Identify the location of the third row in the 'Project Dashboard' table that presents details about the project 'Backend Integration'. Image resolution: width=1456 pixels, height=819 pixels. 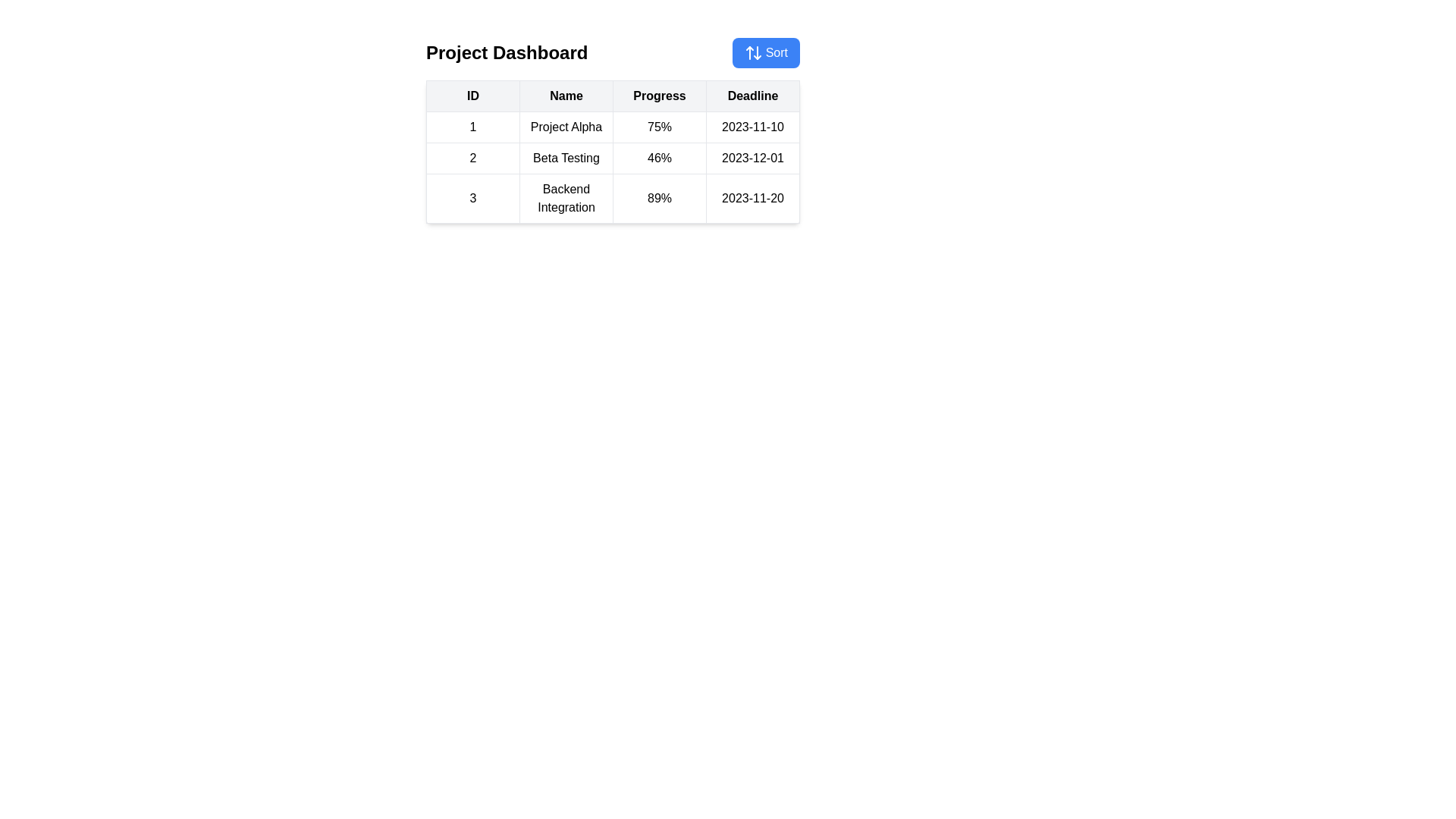
(613, 198).